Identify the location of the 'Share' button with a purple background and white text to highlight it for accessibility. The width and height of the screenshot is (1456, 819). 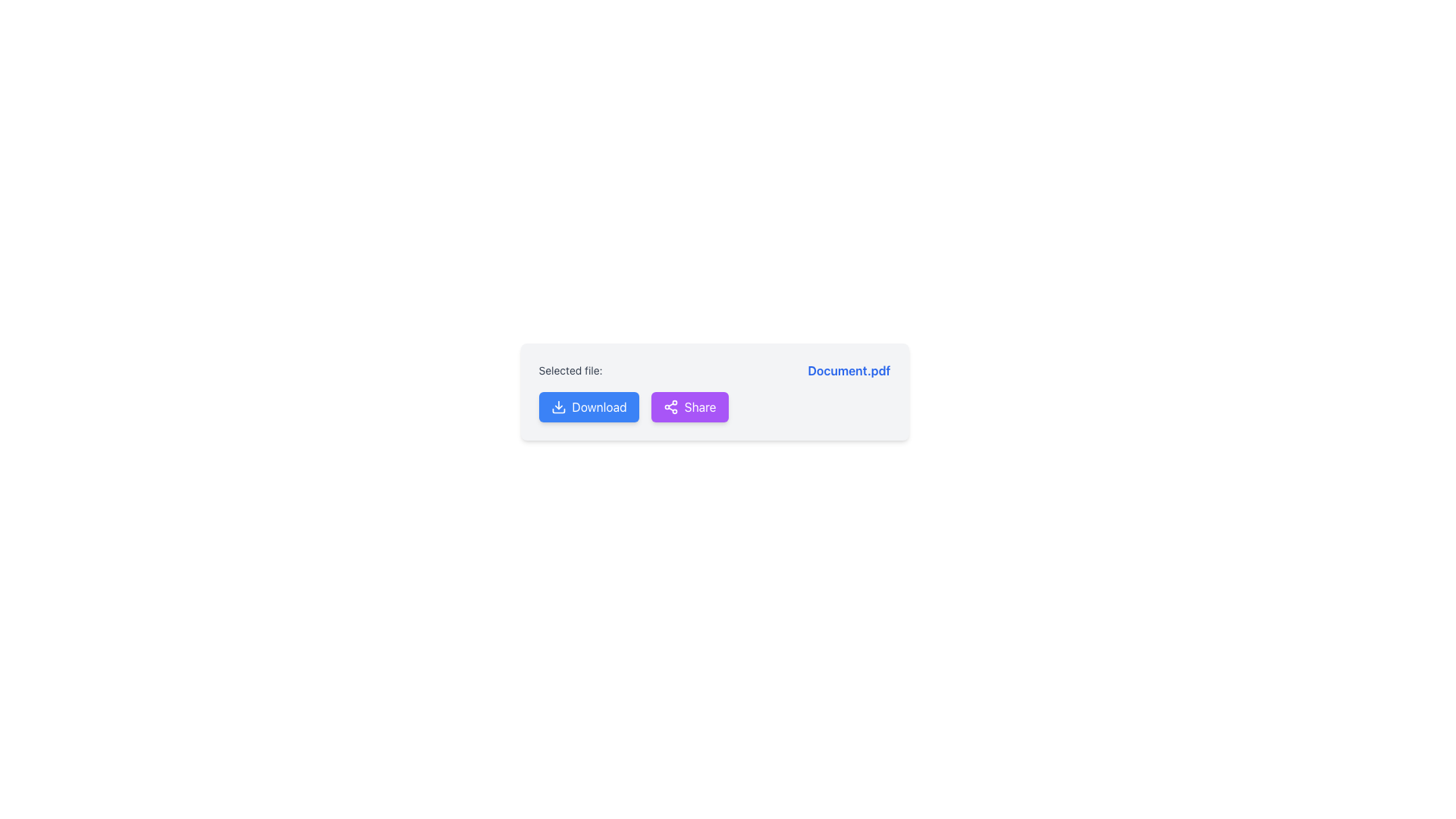
(689, 406).